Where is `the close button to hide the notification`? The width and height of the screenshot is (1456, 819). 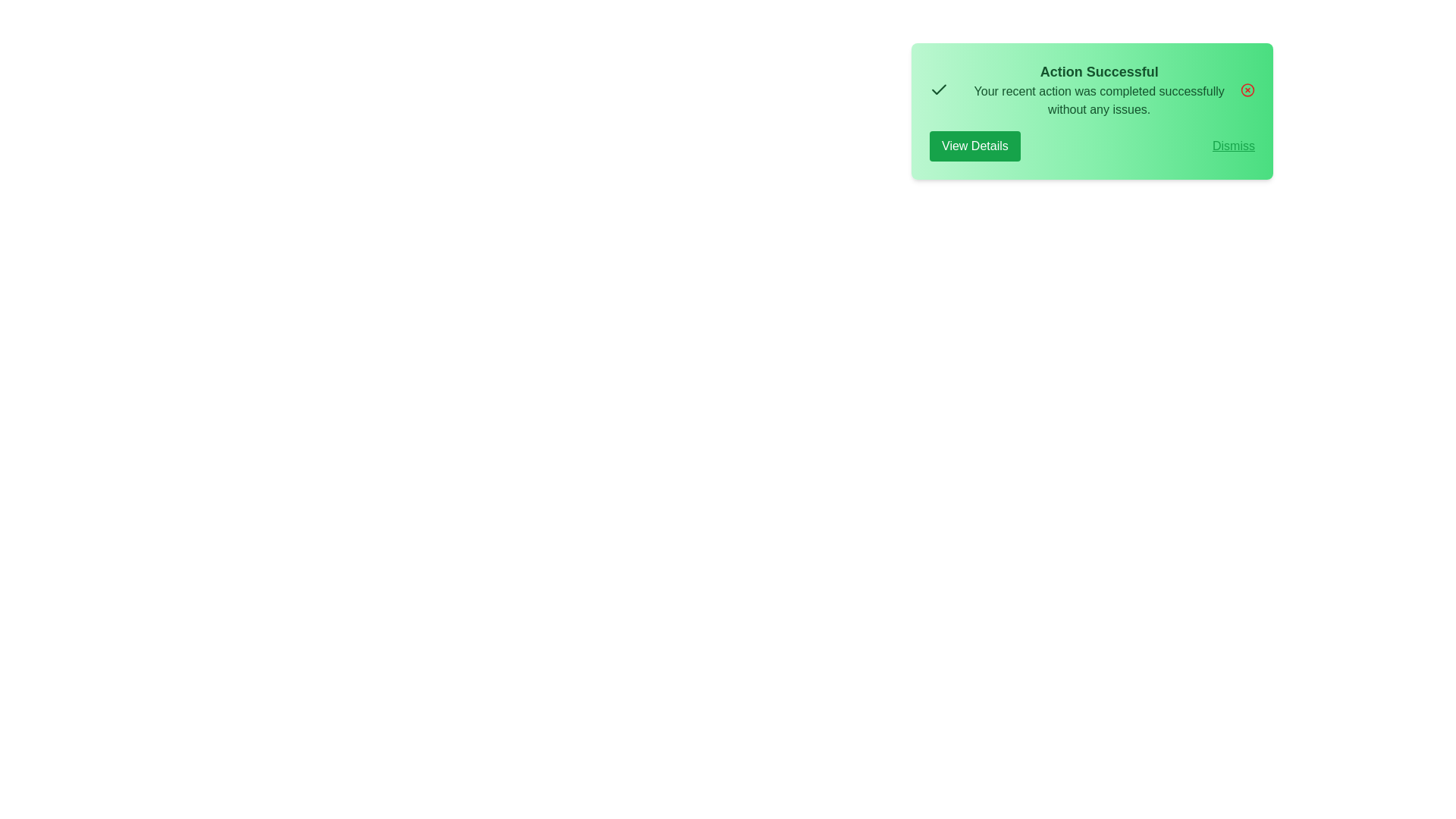 the close button to hide the notification is located at coordinates (1247, 90).